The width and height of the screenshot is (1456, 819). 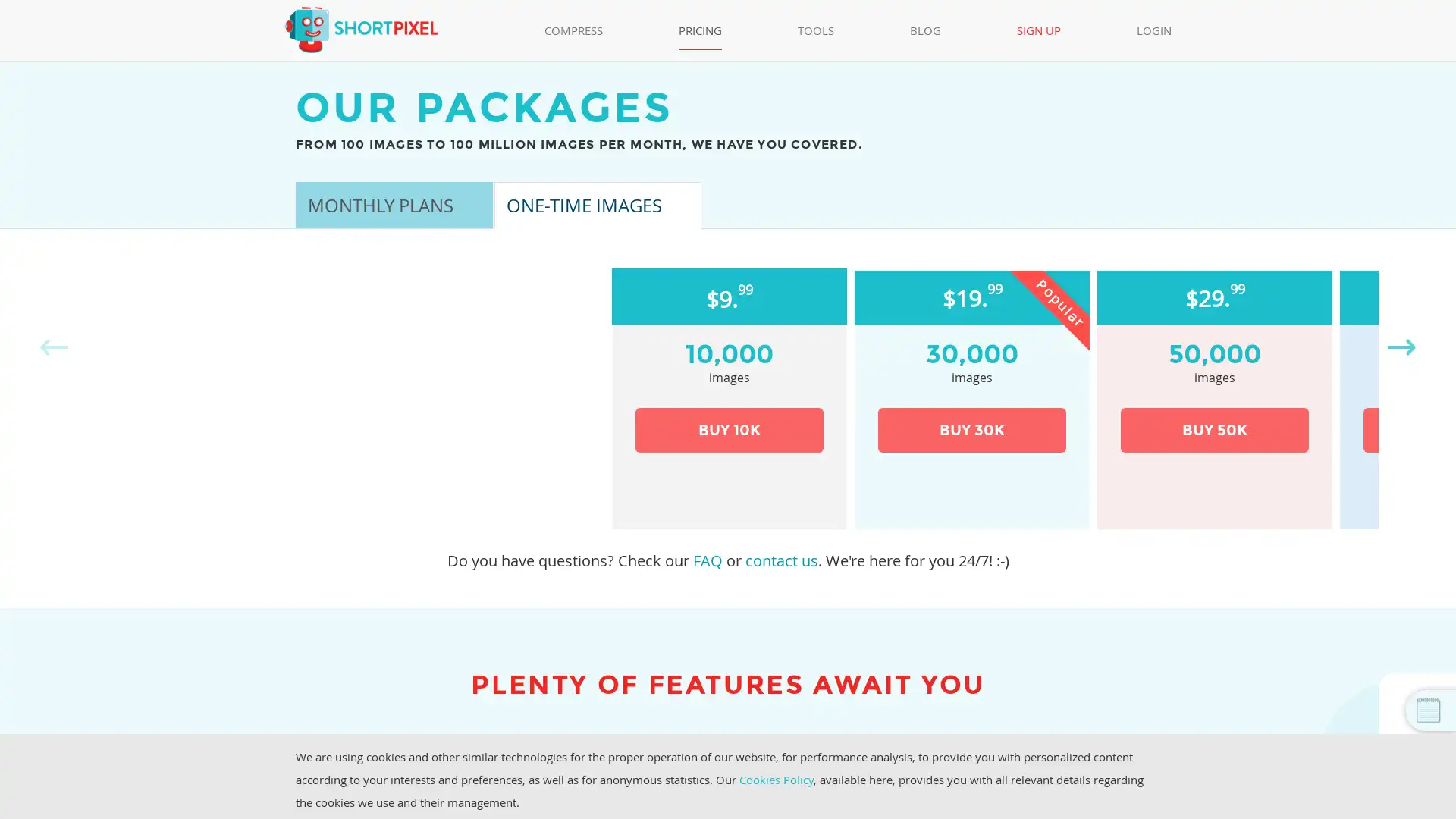 What do you see at coordinates (1215, 430) in the screenshot?
I see `BUY 50K` at bounding box center [1215, 430].